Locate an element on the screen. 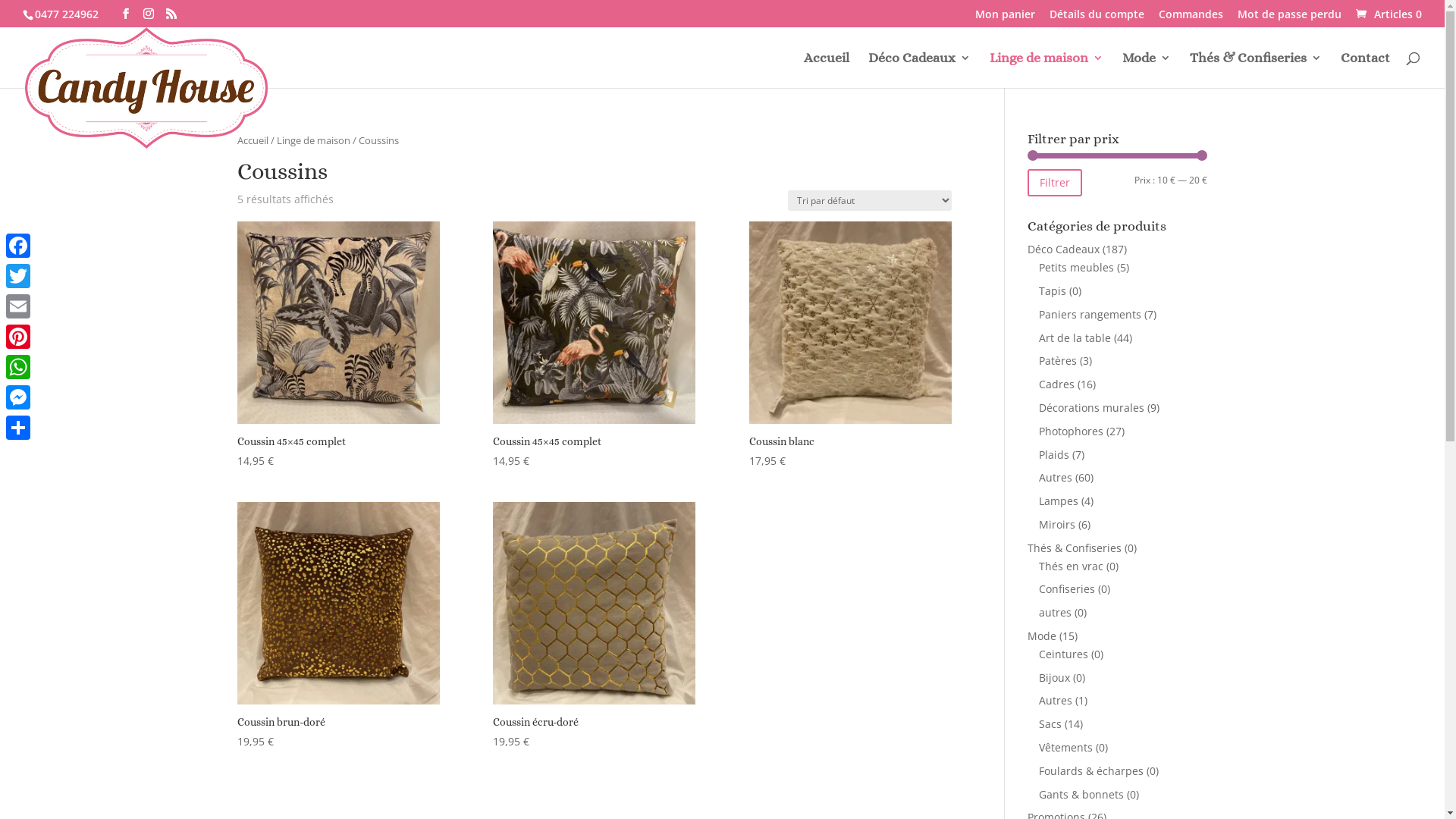  'autres' is located at coordinates (1054, 611).